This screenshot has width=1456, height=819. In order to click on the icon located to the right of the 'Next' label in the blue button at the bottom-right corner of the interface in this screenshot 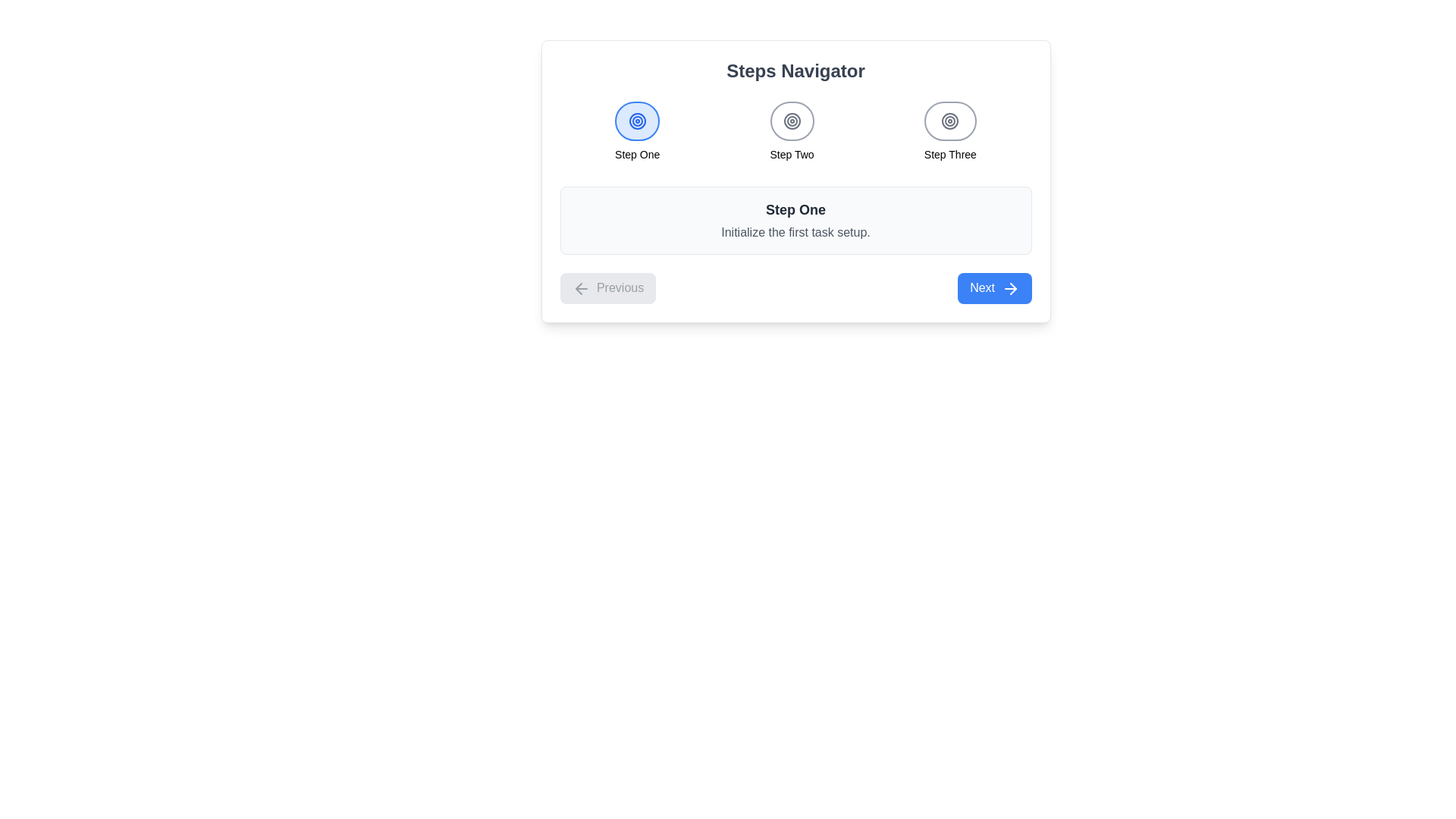, I will do `click(1010, 288)`.